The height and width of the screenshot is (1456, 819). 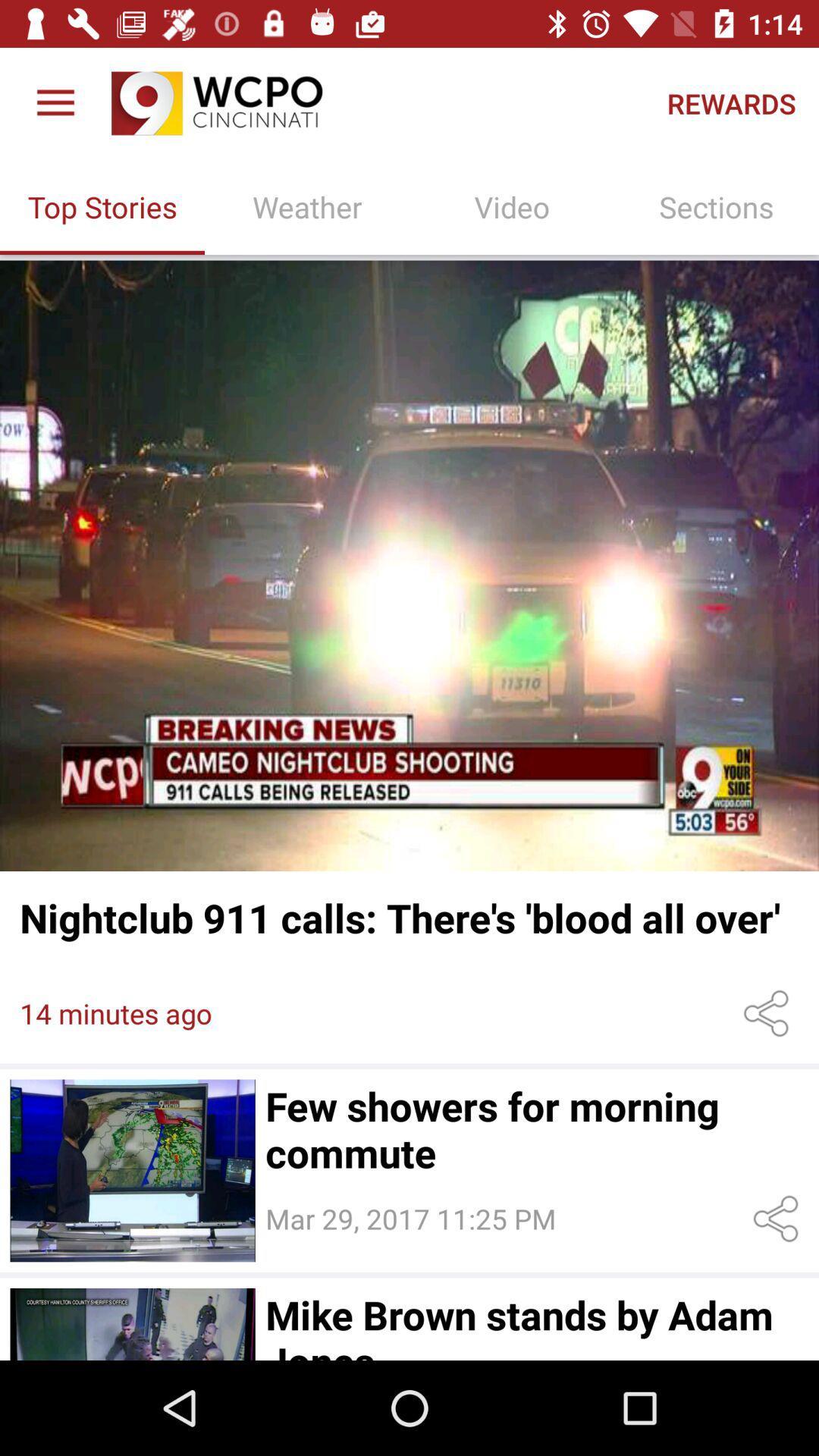 What do you see at coordinates (730, 102) in the screenshot?
I see `item above sections` at bounding box center [730, 102].